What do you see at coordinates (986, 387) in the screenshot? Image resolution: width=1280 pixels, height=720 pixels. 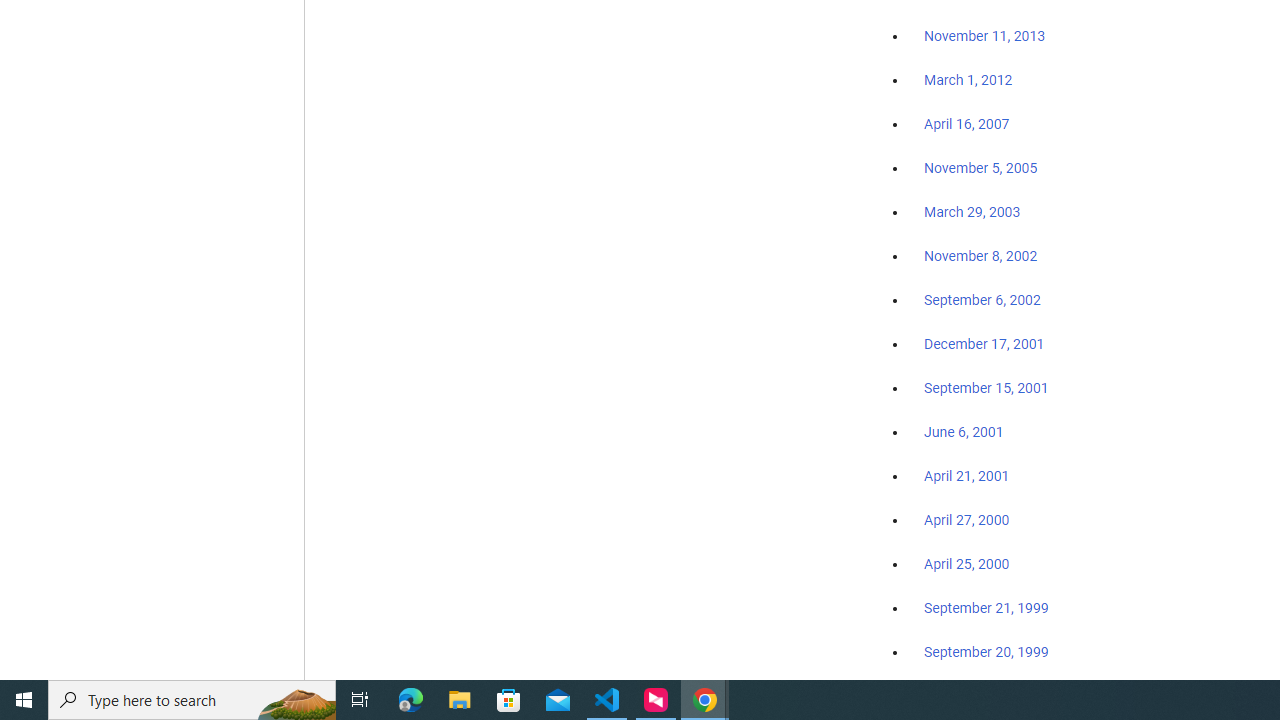 I see `'September 15, 2001'` at bounding box center [986, 387].